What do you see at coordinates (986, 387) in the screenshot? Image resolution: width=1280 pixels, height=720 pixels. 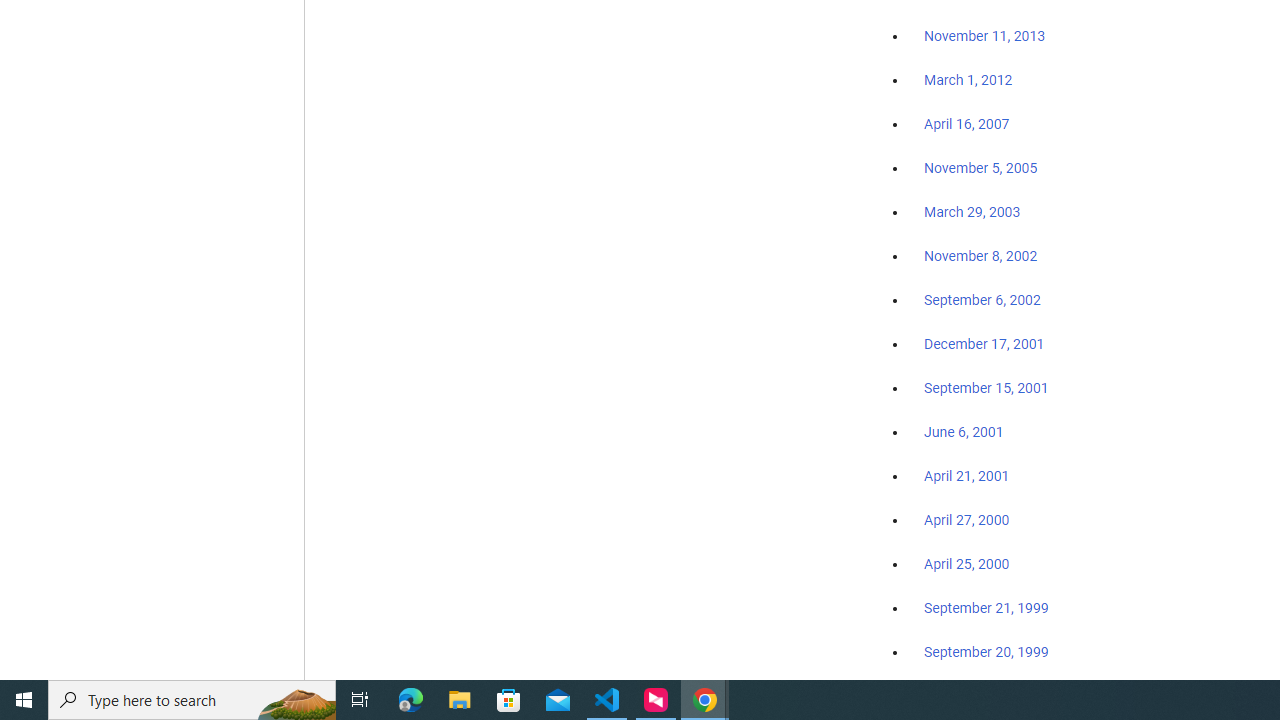 I see `'September 15, 2001'` at bounding box center [986, 387].